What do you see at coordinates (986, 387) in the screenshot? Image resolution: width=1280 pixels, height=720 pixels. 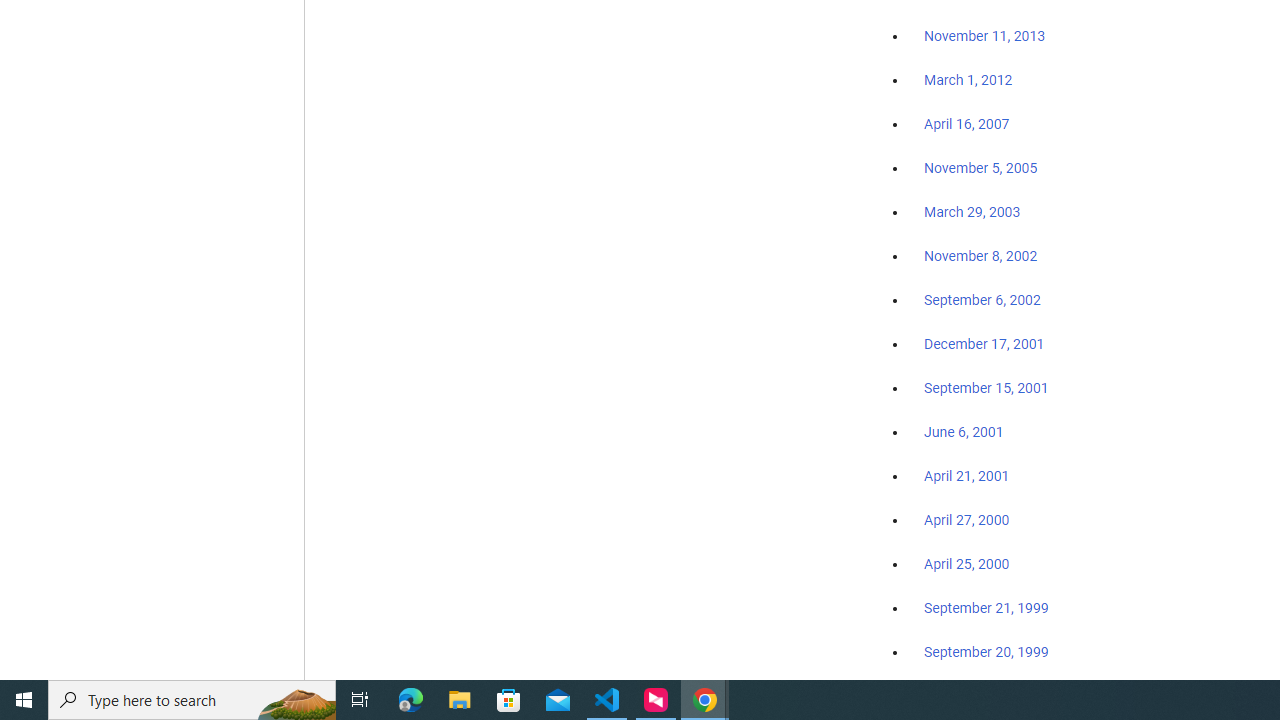 I see `'September 15, 2001'` at bounding box center [986, 387].